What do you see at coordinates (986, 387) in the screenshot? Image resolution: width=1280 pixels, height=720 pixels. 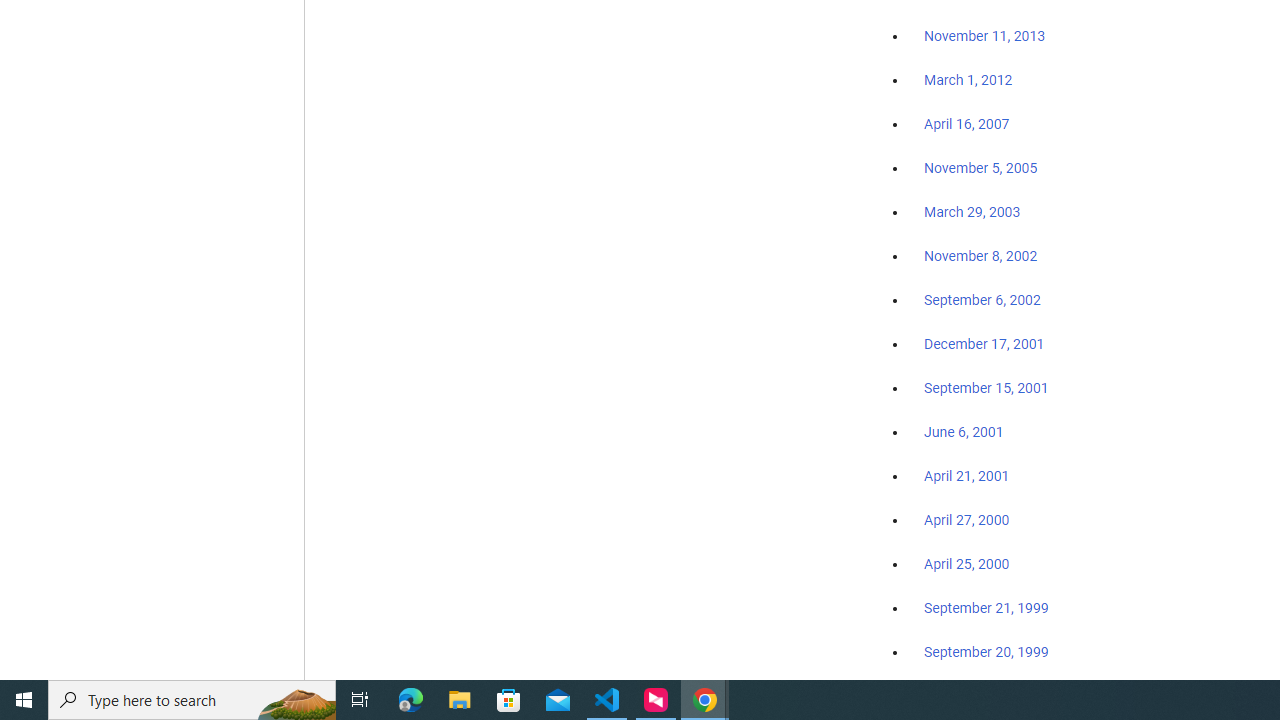 I see `'September 15, 2001'` at bounding box center [986, 387].